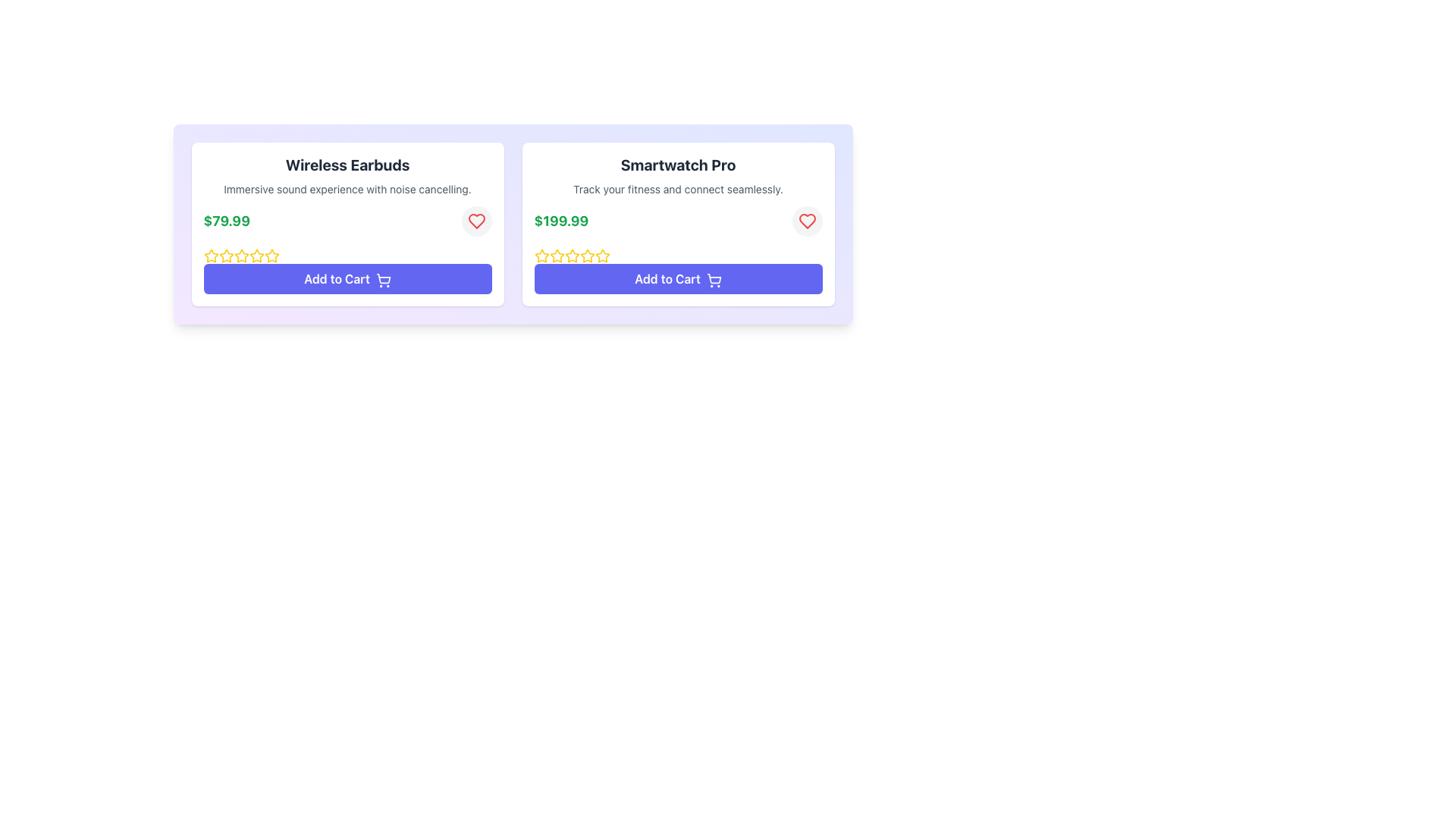 The image size is (1456, 819). What do you see at coordinates (475, 221) in the screenshot?
I see `the red heart icon` at bounding box center [475, 221].